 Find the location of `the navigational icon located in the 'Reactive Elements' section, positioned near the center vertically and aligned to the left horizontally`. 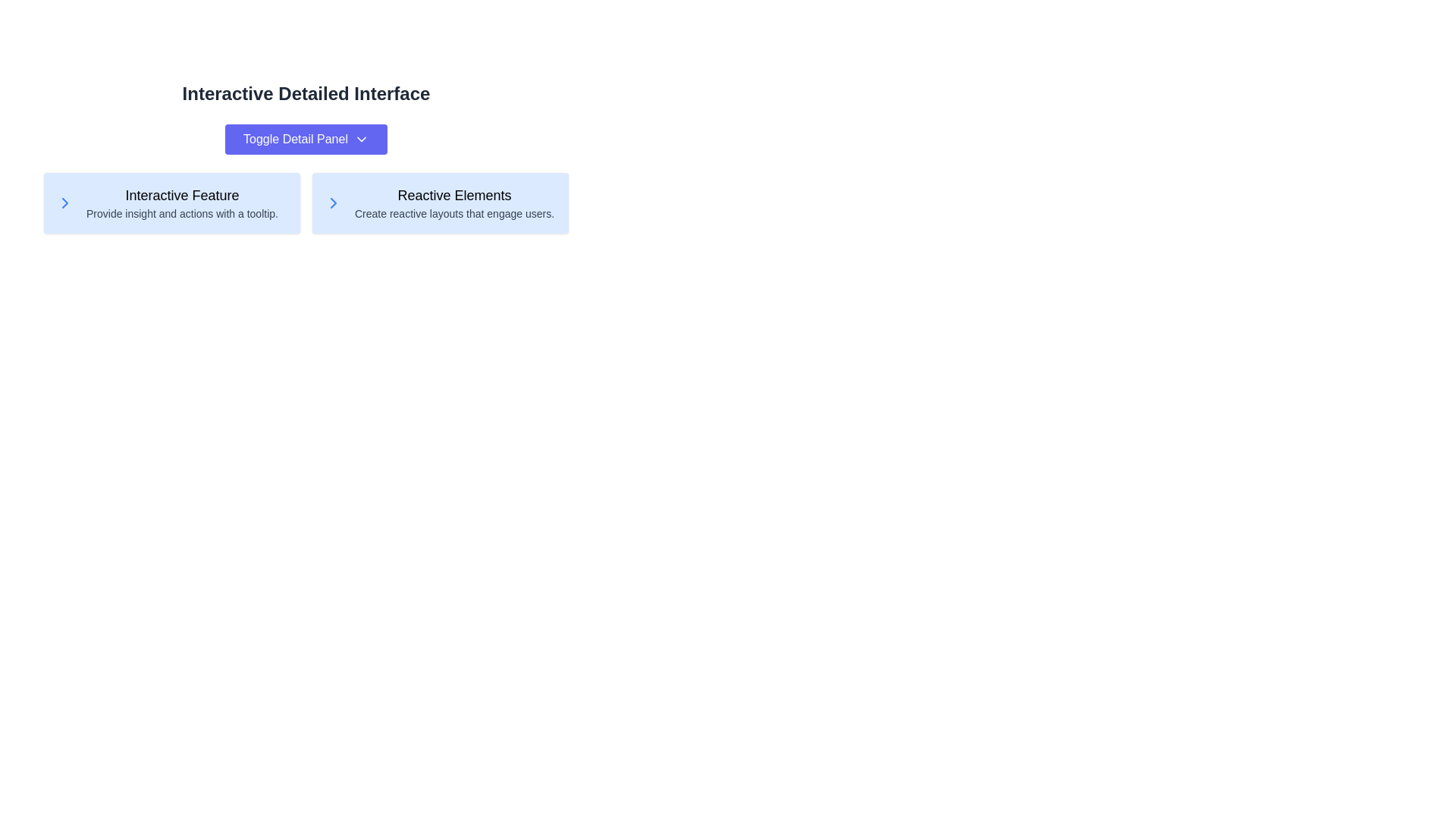

the navigational icon located in the 'Reactive Elements' section, positioned near the center vertically and aligned to the left horizontally is located at coordinates (333, 202).